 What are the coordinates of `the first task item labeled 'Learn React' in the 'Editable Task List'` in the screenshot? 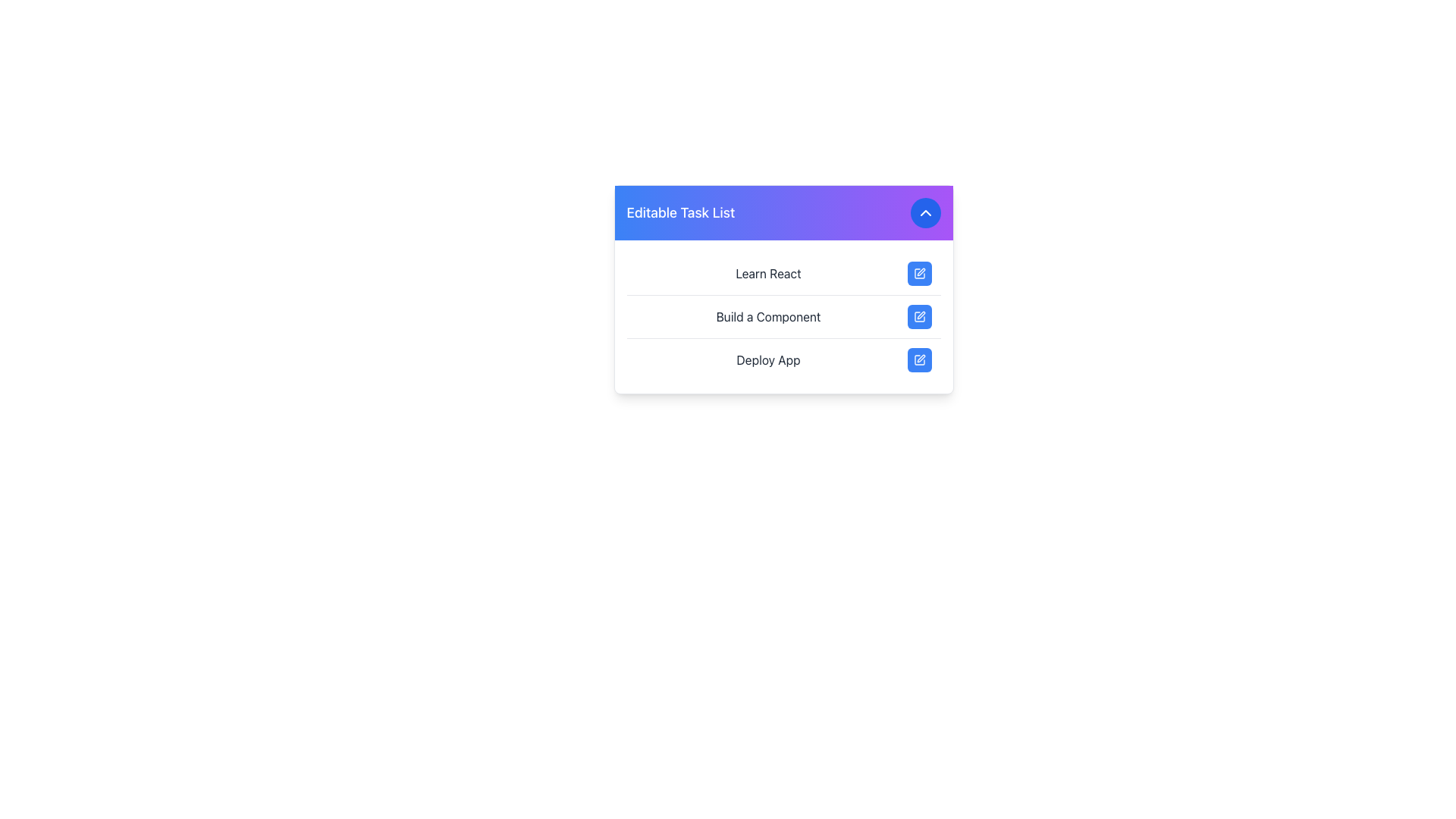 It's located at (783, 274).